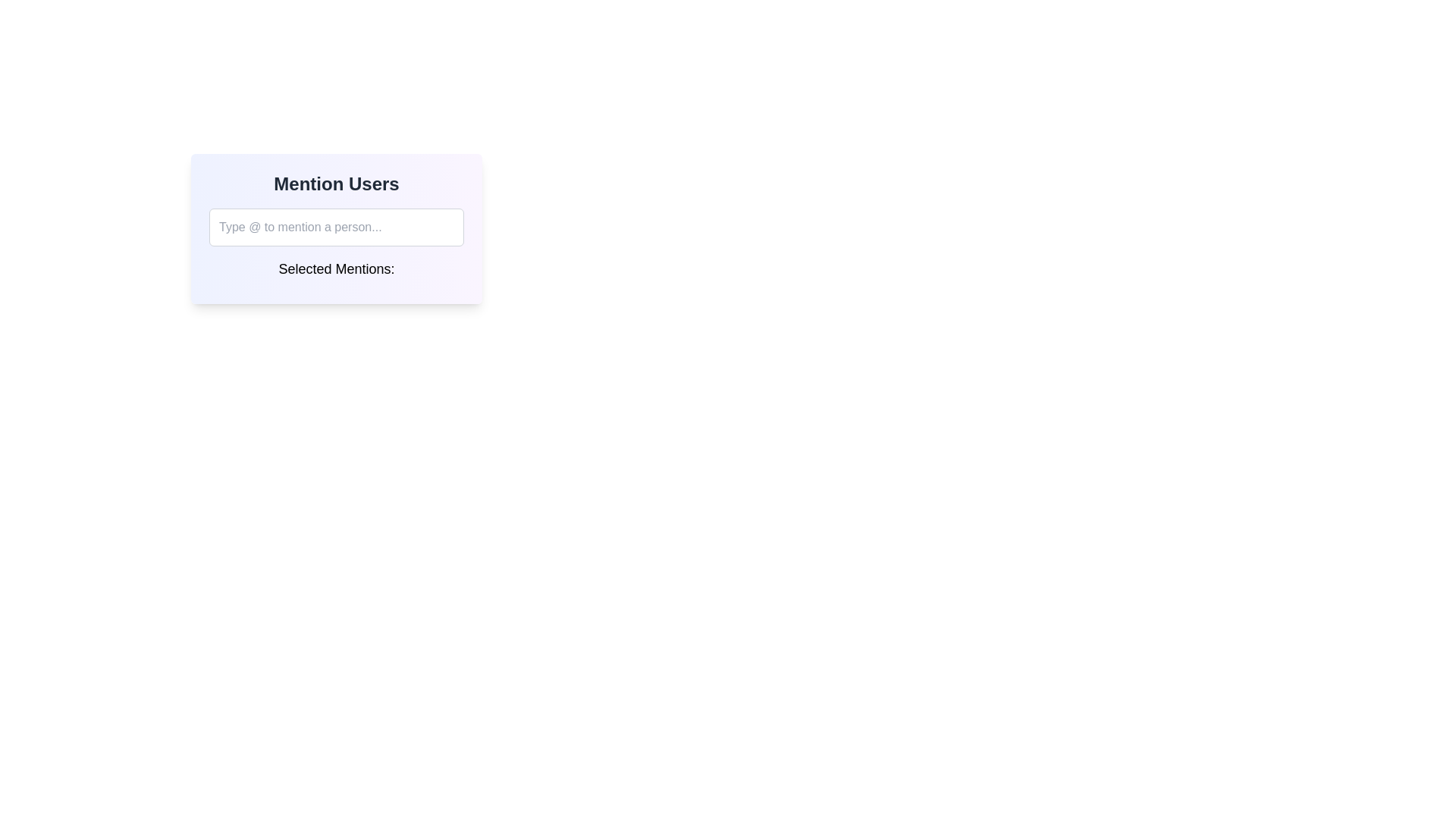 The width and height of the screenshot is (1456, 819). Describe the element at coordinates (336, 228) in the screenshot. I see `the textbox in the Interactive Panel, which is styled with a gradient background and contains a main title above it` at that location.